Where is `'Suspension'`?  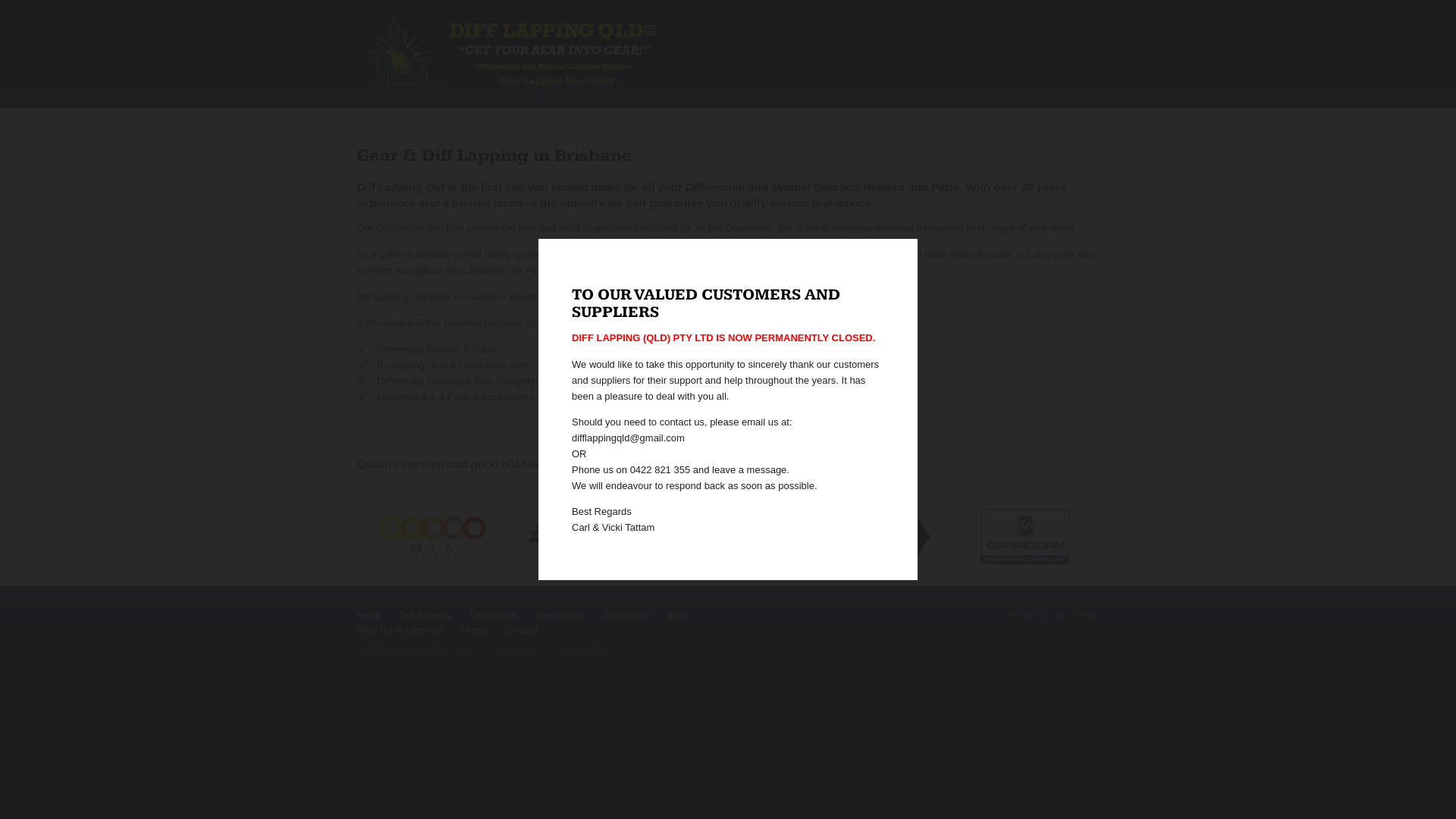
'Suspension' is located at coordinates (626, 616).